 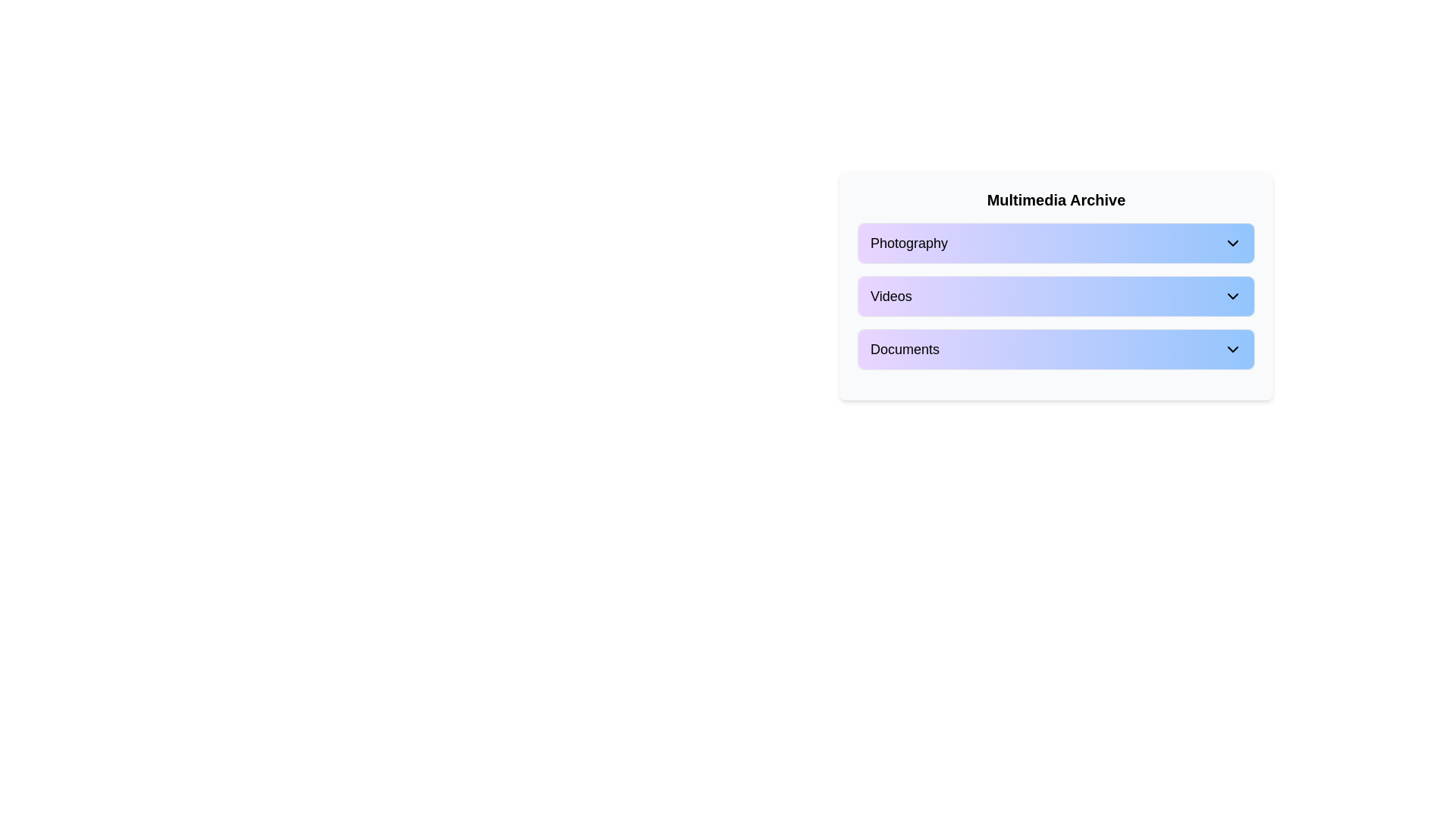 I want to click on the 'Photography' Dropdown button, which is the first entry in the vertically stacked list under 'Multimedia Archive', so click(x=1055, y=242).